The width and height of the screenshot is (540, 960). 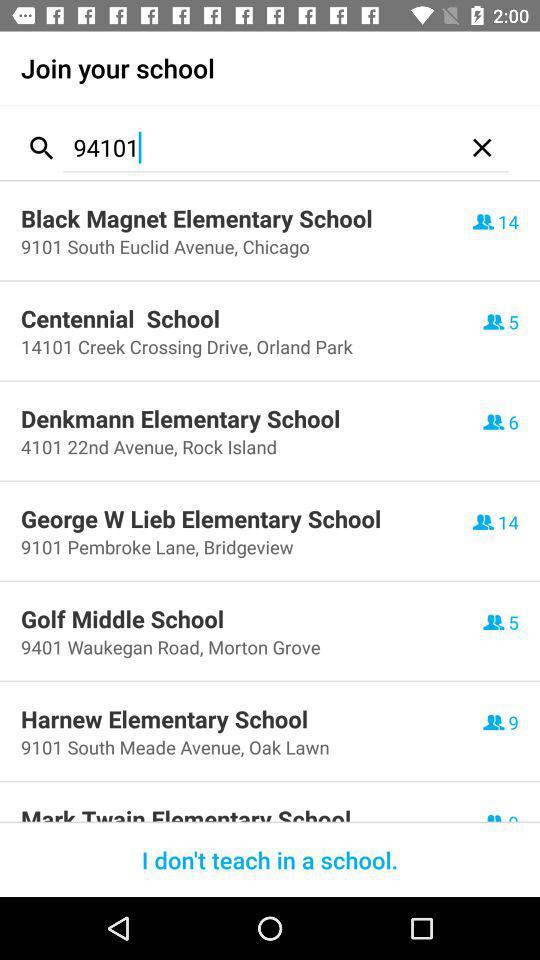 What do you see at coordinates (481, 146) in the screenshot?
I see `item next to 94101 icon` at bounding box center [481, 146].